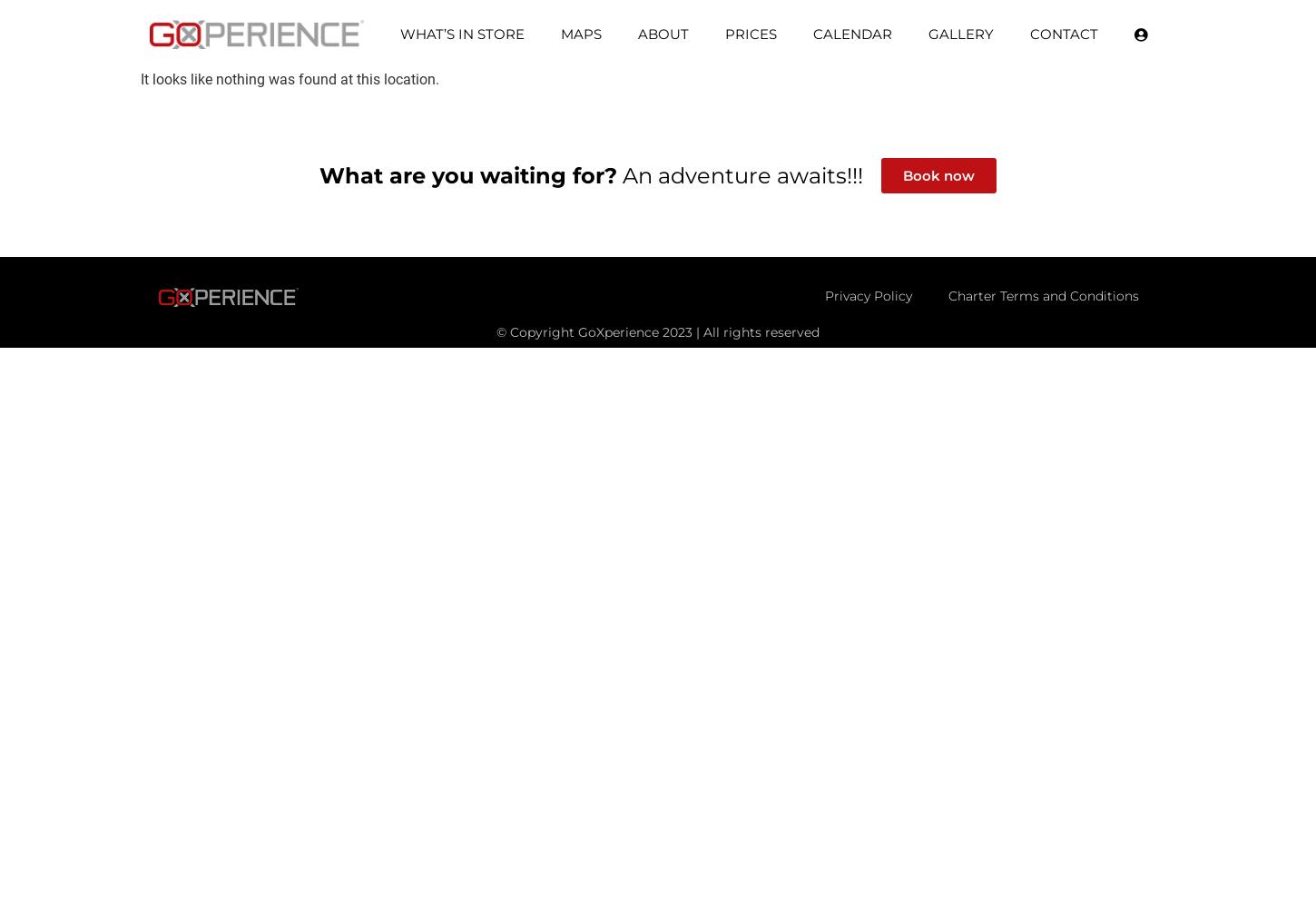 The height and width of the screenshot is (908, 1316). I want to click on '© Copyright GoXperience 2023   |   All rights reserved', so click(658, 331).